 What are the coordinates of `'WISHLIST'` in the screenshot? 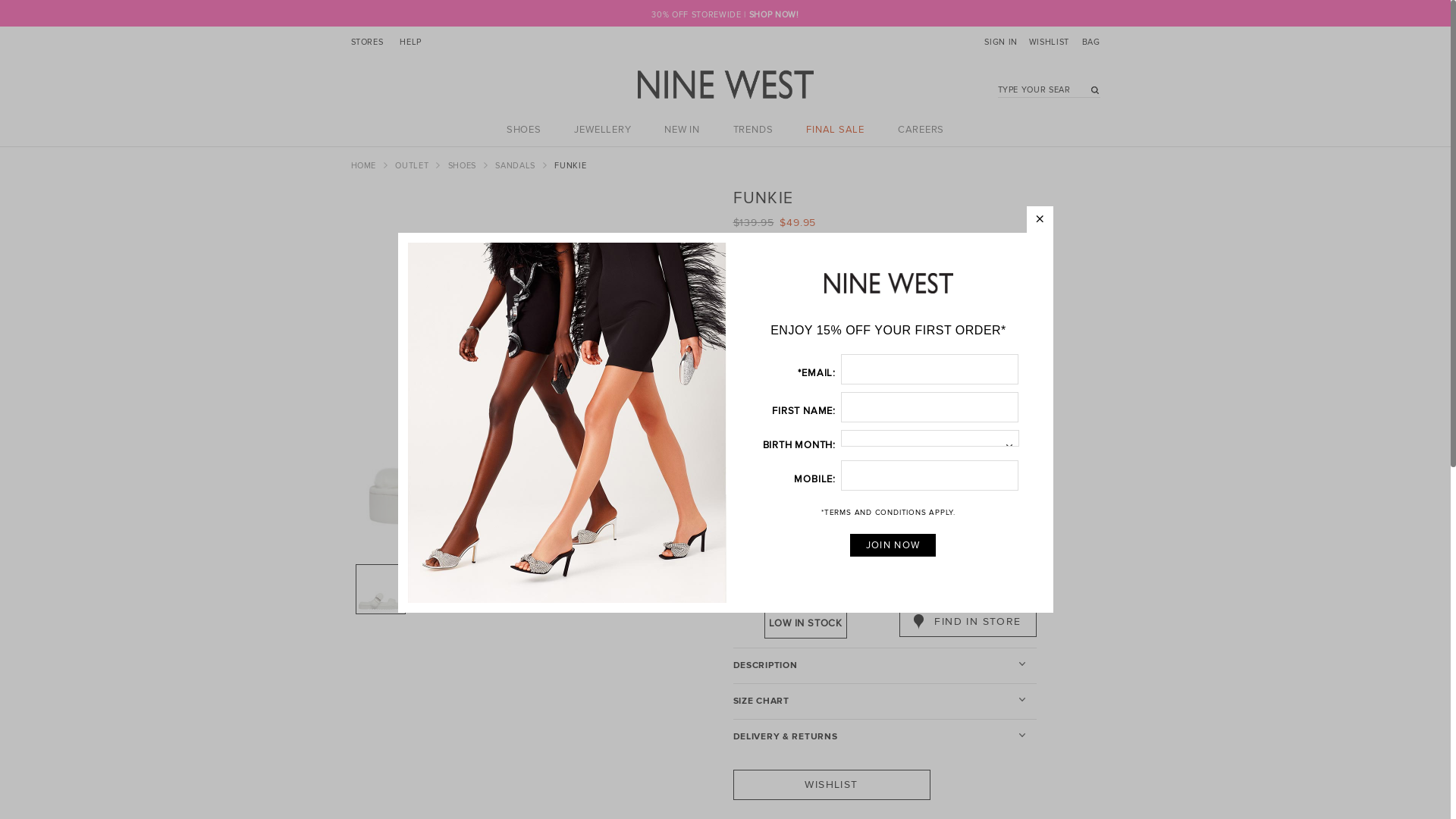 It's located at (732, 784).